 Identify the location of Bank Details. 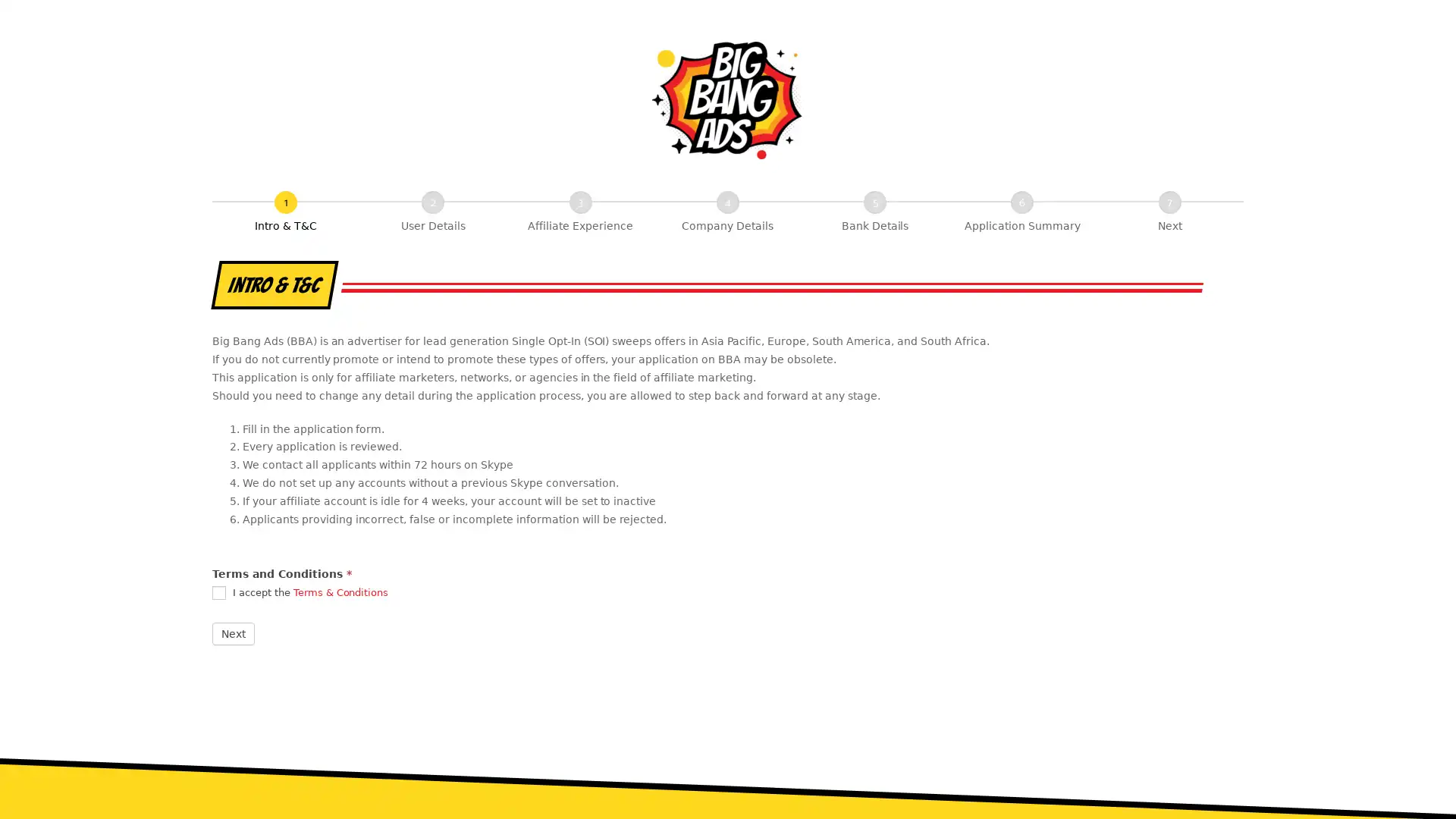
(874, 201).